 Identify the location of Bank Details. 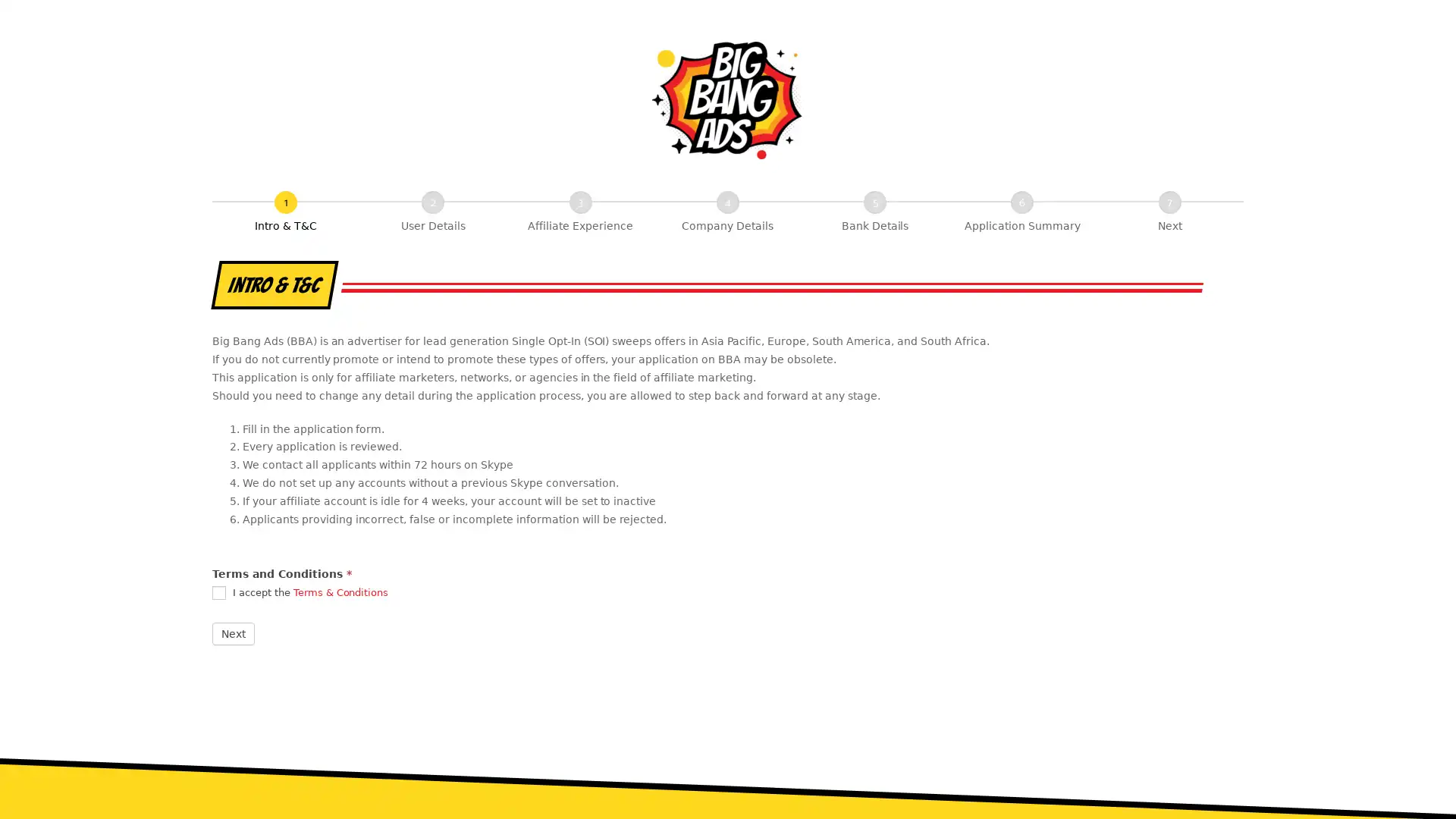
(874, 201).